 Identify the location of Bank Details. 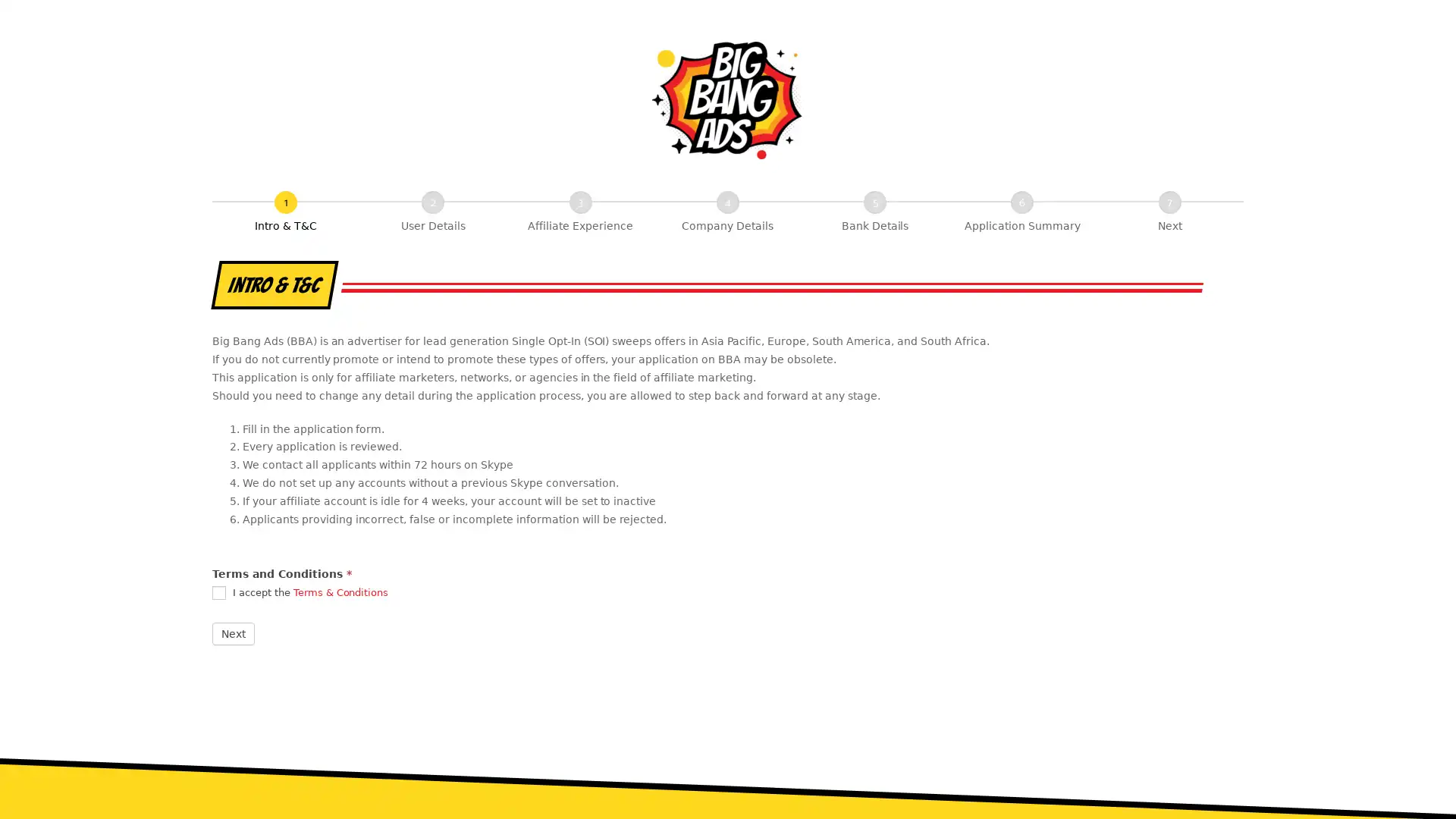
(874, 201).